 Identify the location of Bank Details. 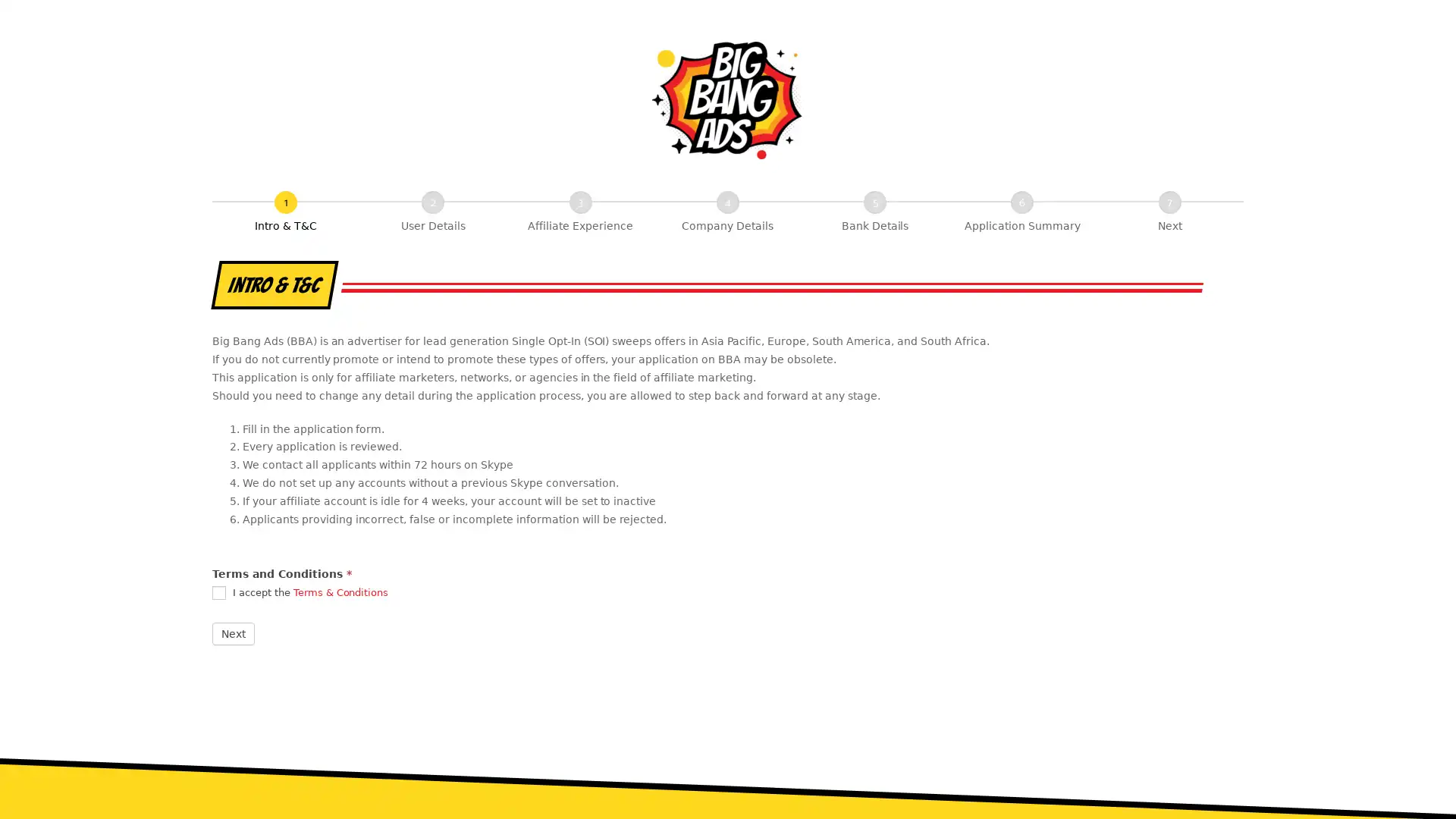
(874, 201).